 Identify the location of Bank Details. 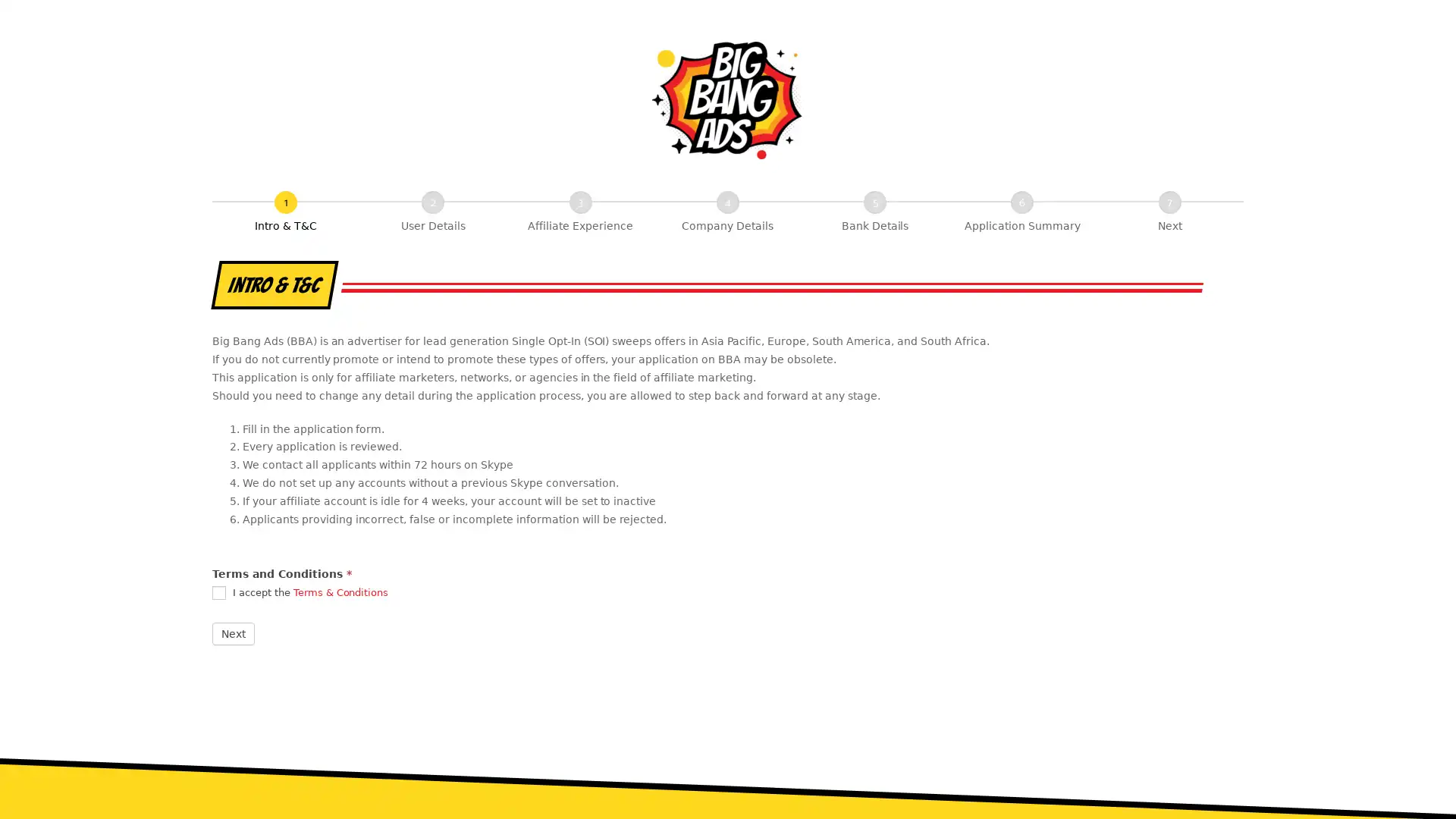
(874, 201).